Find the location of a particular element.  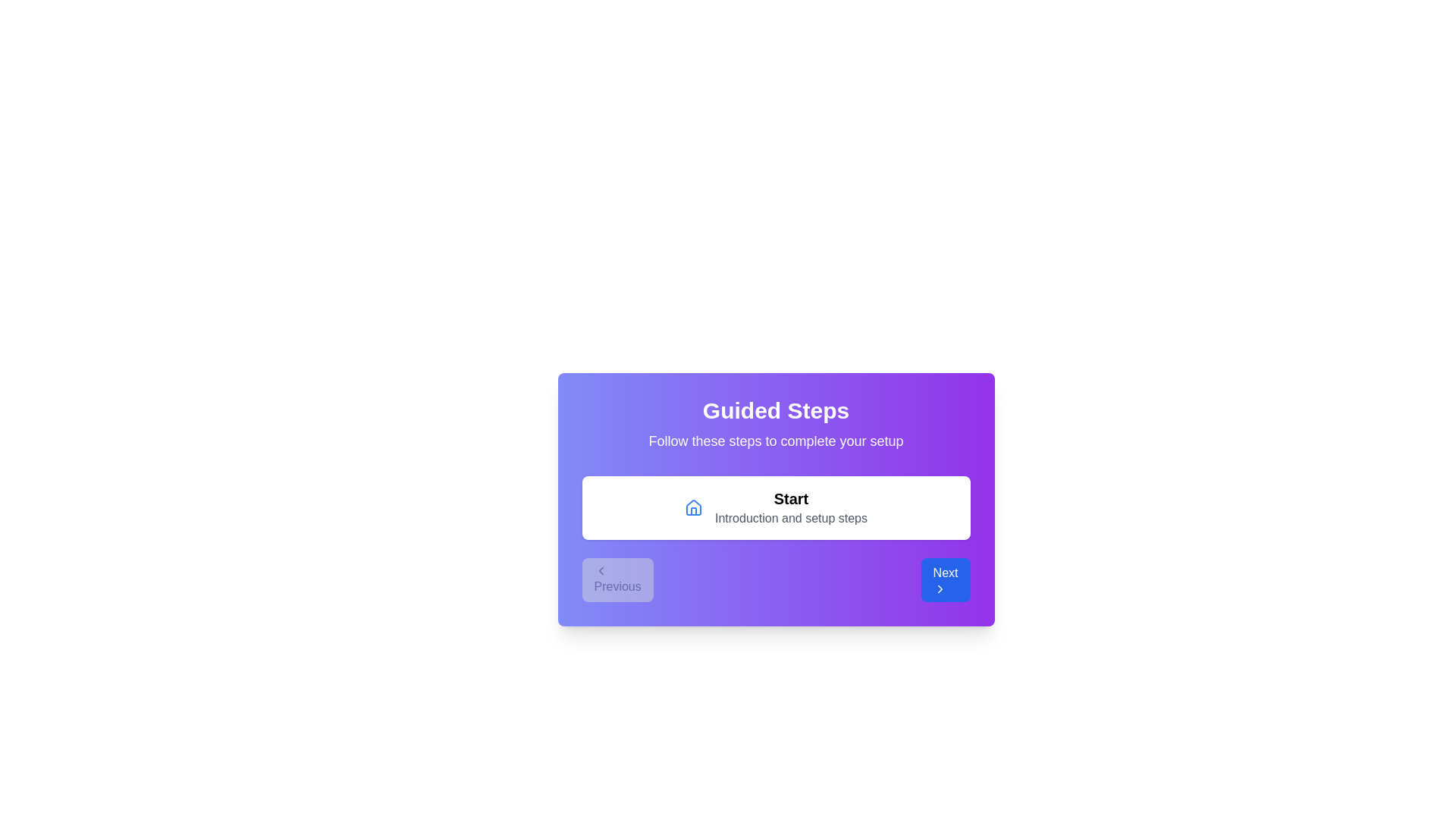

the disabled navigation button located at the bottom-left corner of the modal, which is the leftmost button in a horizontal layout containing a 'Next' button is located at coordinates (617, 579).